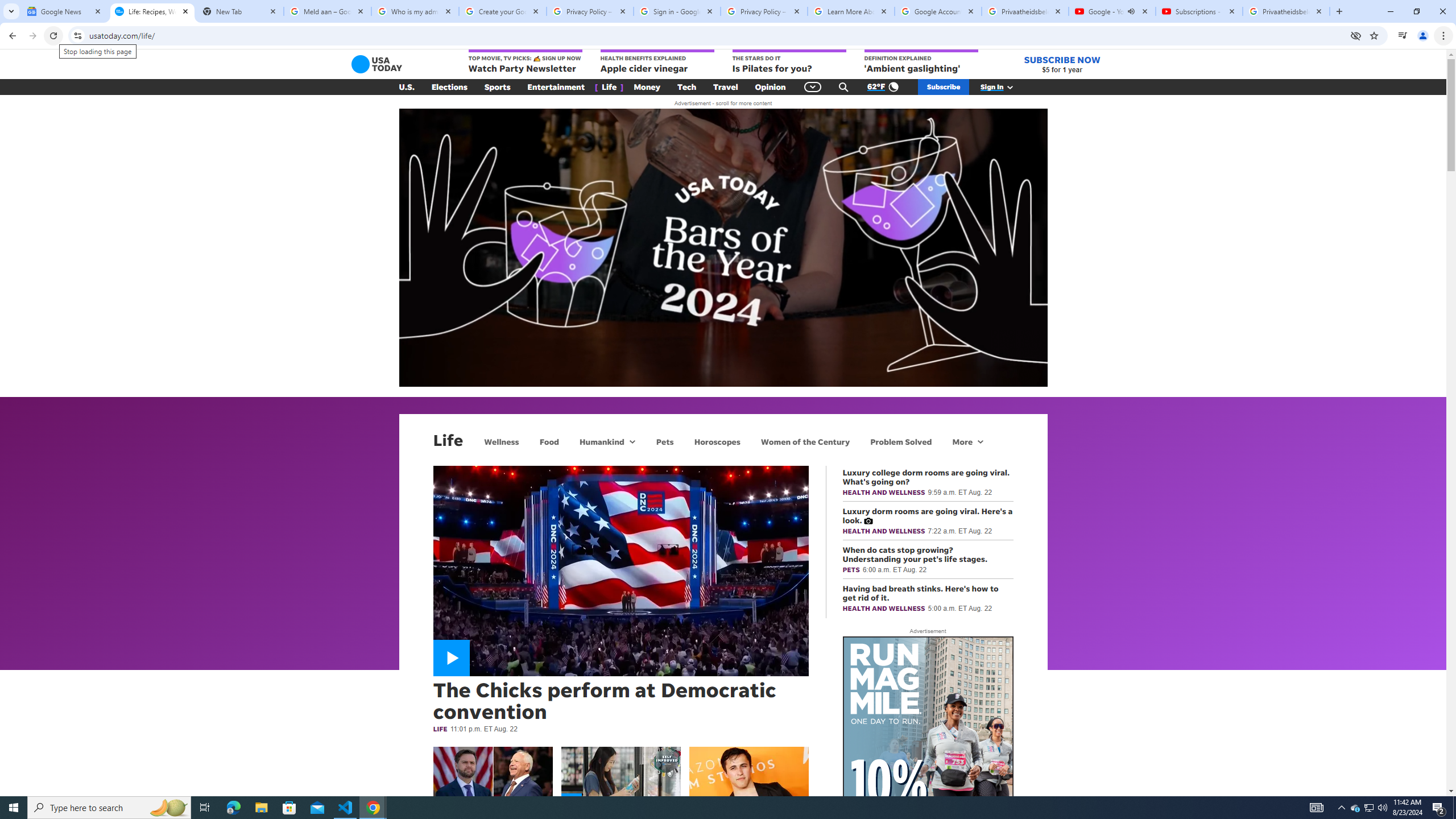  Describe the element at coordinates (1002, 87) in the screenshot. I see `'Sign In'` at that location.